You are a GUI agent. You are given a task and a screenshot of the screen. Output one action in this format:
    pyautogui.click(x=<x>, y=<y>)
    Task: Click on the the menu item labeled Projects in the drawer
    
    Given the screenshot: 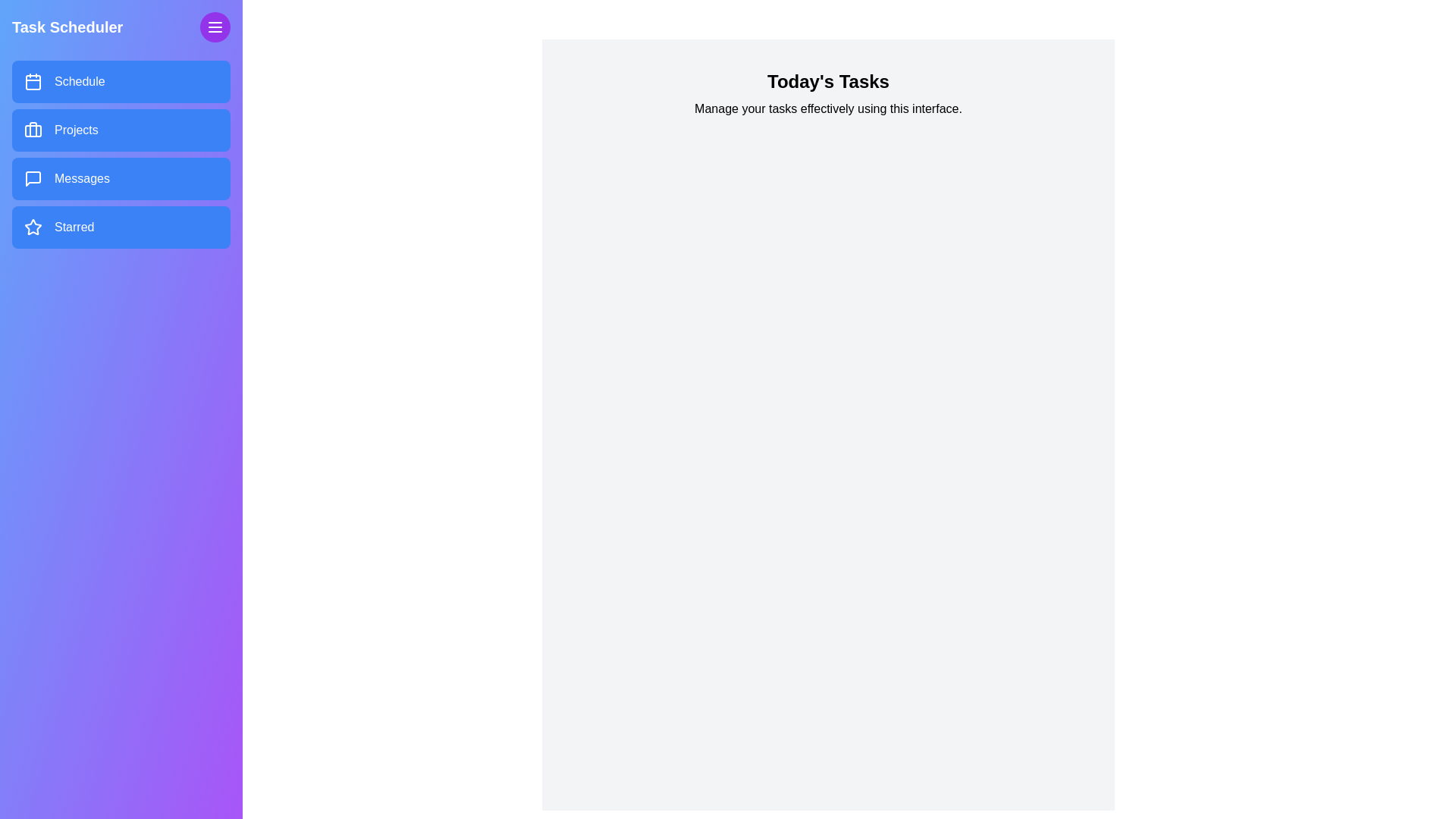 What is the action you would take?
    pyautogui.click(x=120, y=130)
    